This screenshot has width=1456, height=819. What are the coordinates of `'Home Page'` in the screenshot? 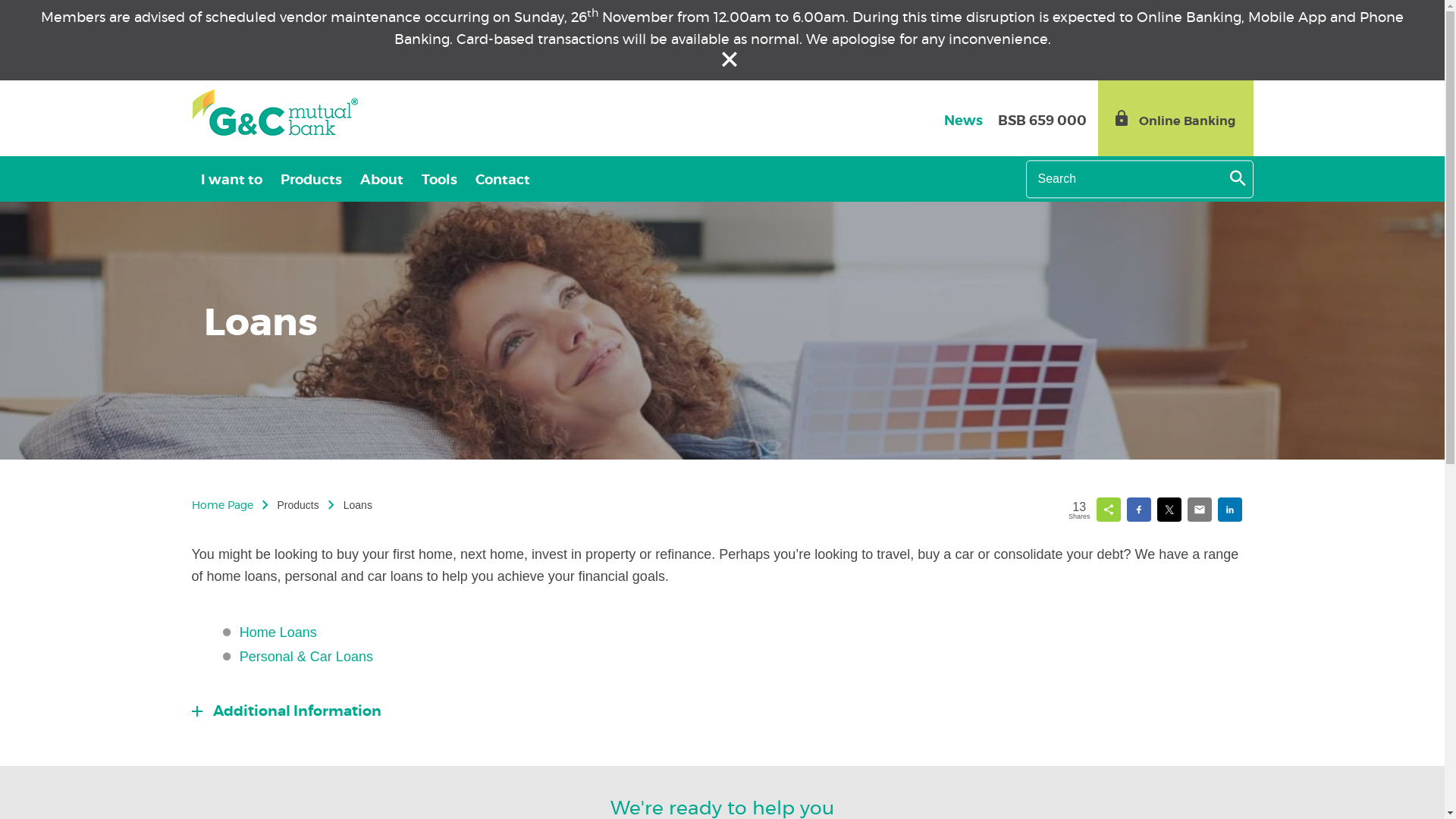 It's located at (221, 506).